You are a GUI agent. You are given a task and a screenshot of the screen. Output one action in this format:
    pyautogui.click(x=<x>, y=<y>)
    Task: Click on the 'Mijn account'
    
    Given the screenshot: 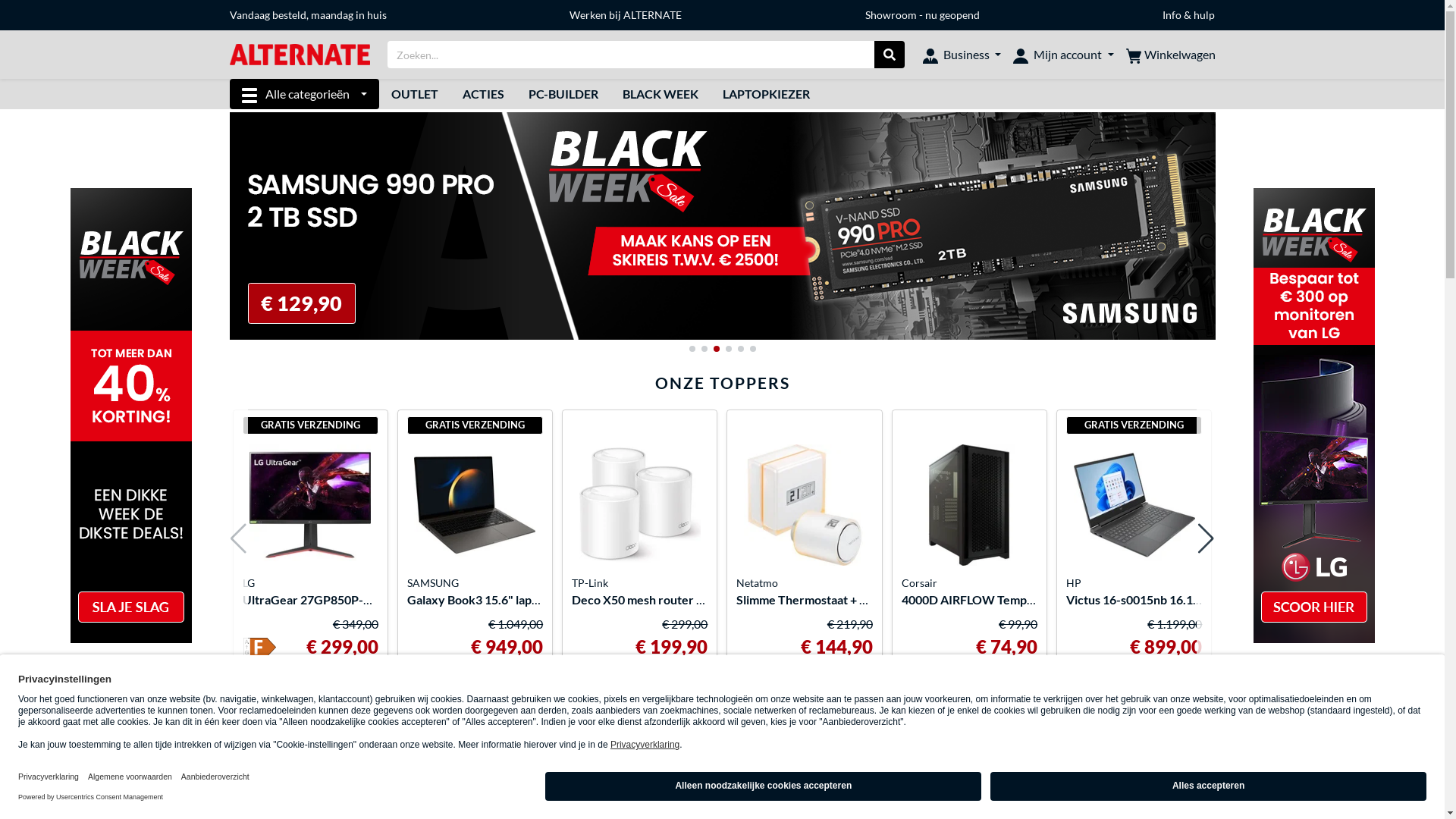 What is the action you would take?
    pyautogui.click(x=1062, y=54)
    